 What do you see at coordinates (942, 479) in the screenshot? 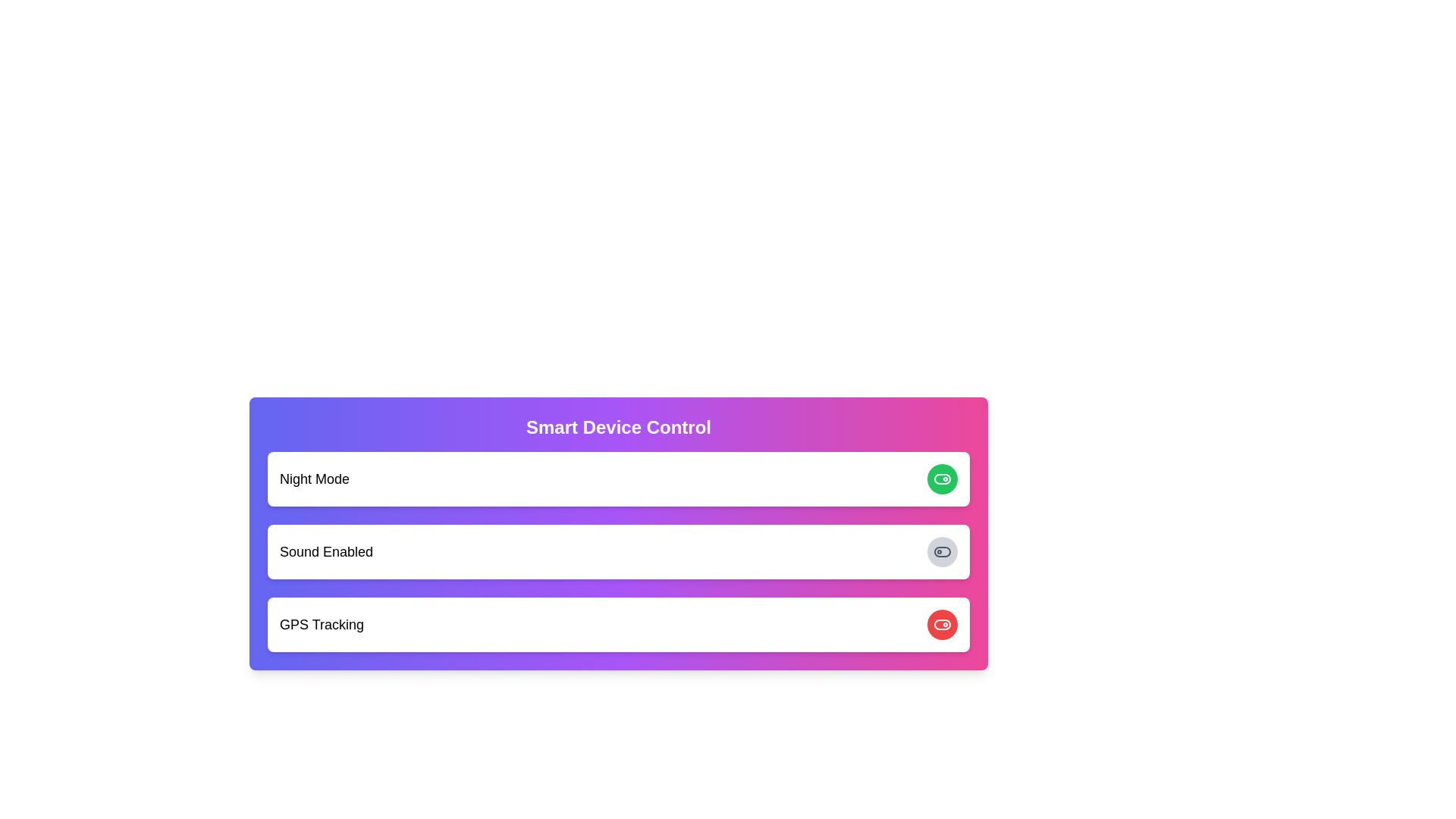
I see `the toggle switch for 'Night Mode' functionality` at bounding box center [942, 479].